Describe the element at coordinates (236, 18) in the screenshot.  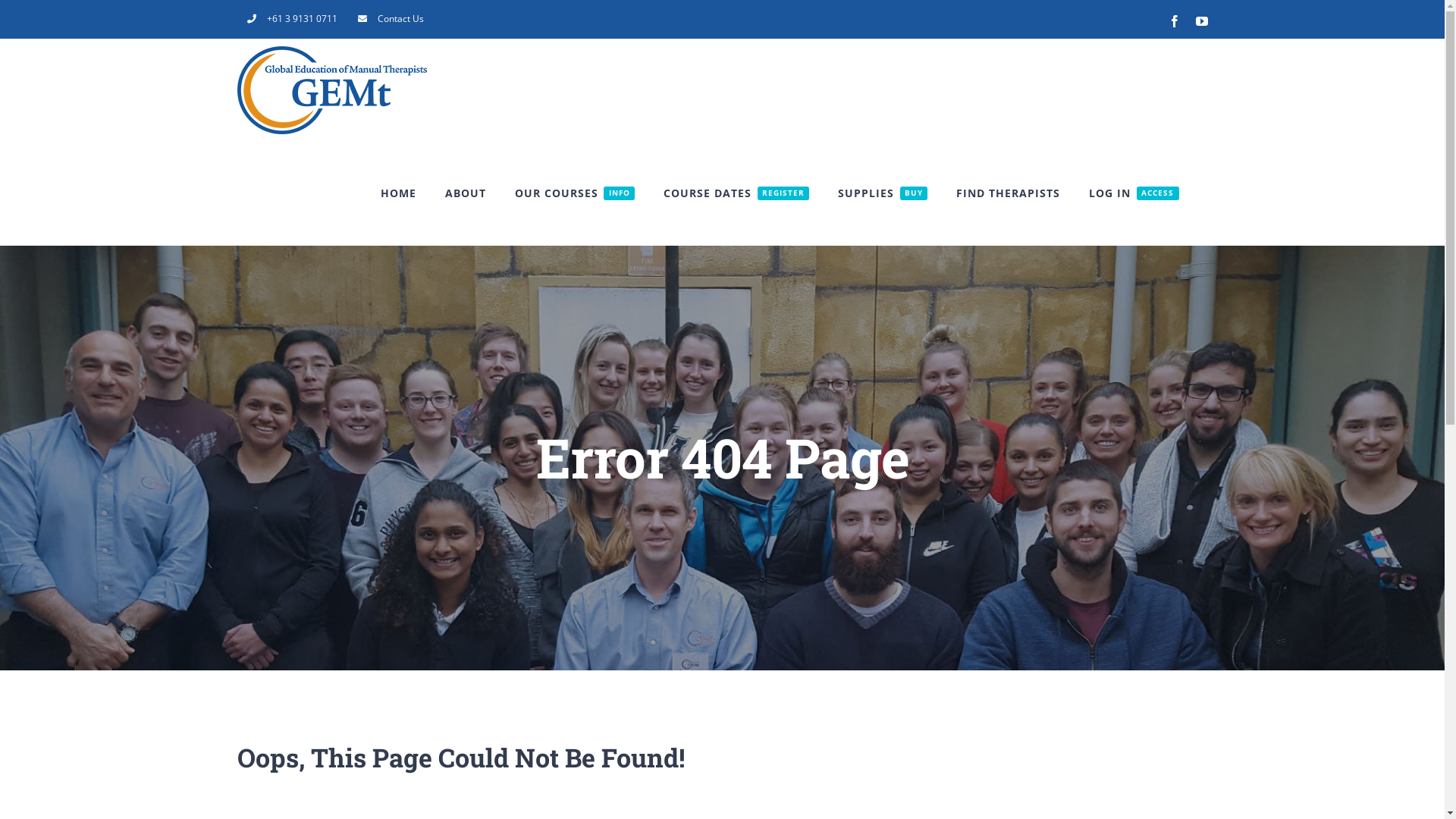
I see `'+61 3 9131 0711'` at that location.